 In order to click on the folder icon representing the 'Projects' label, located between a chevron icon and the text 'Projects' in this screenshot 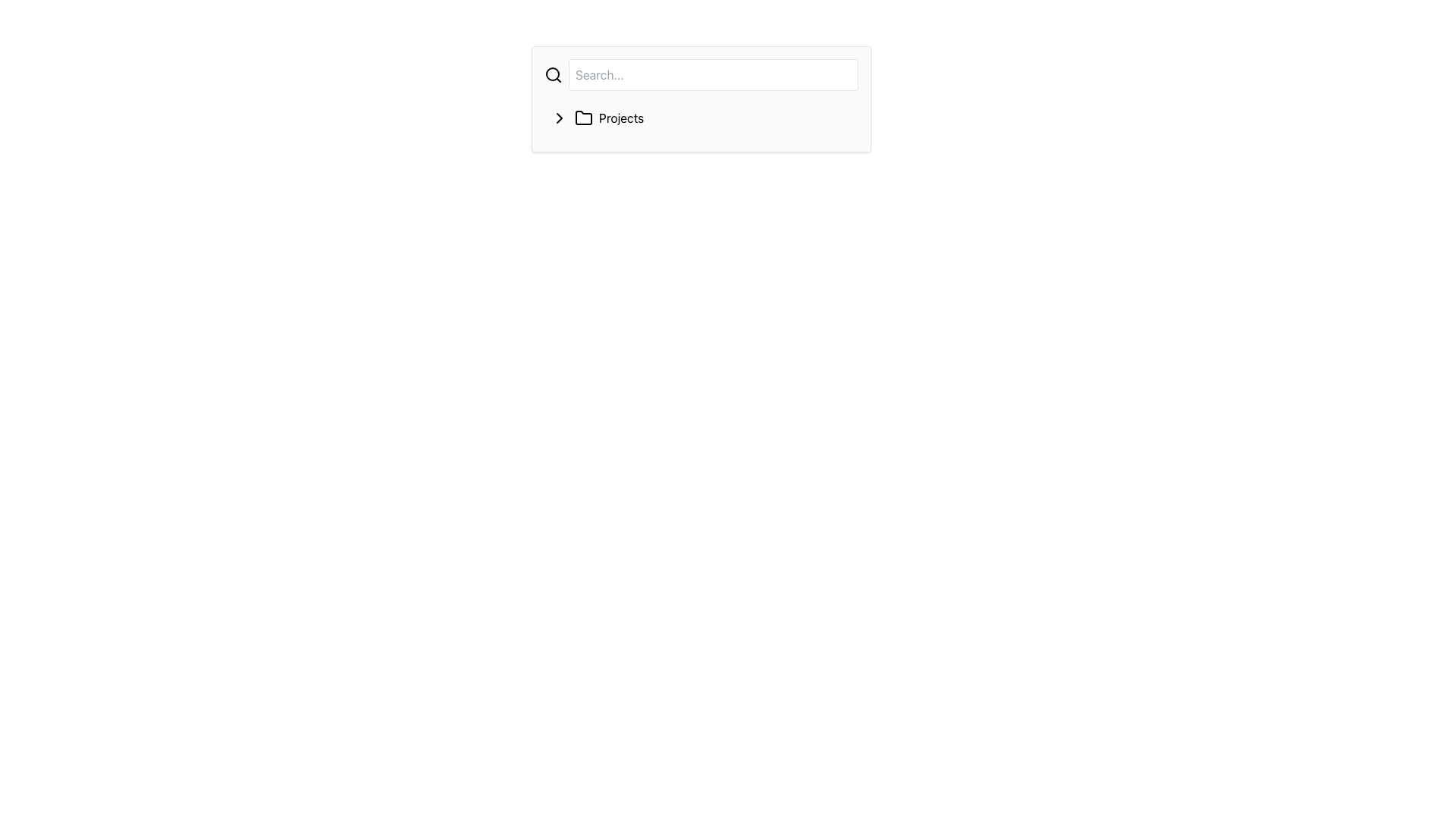, I will do `click(582, 117)`.